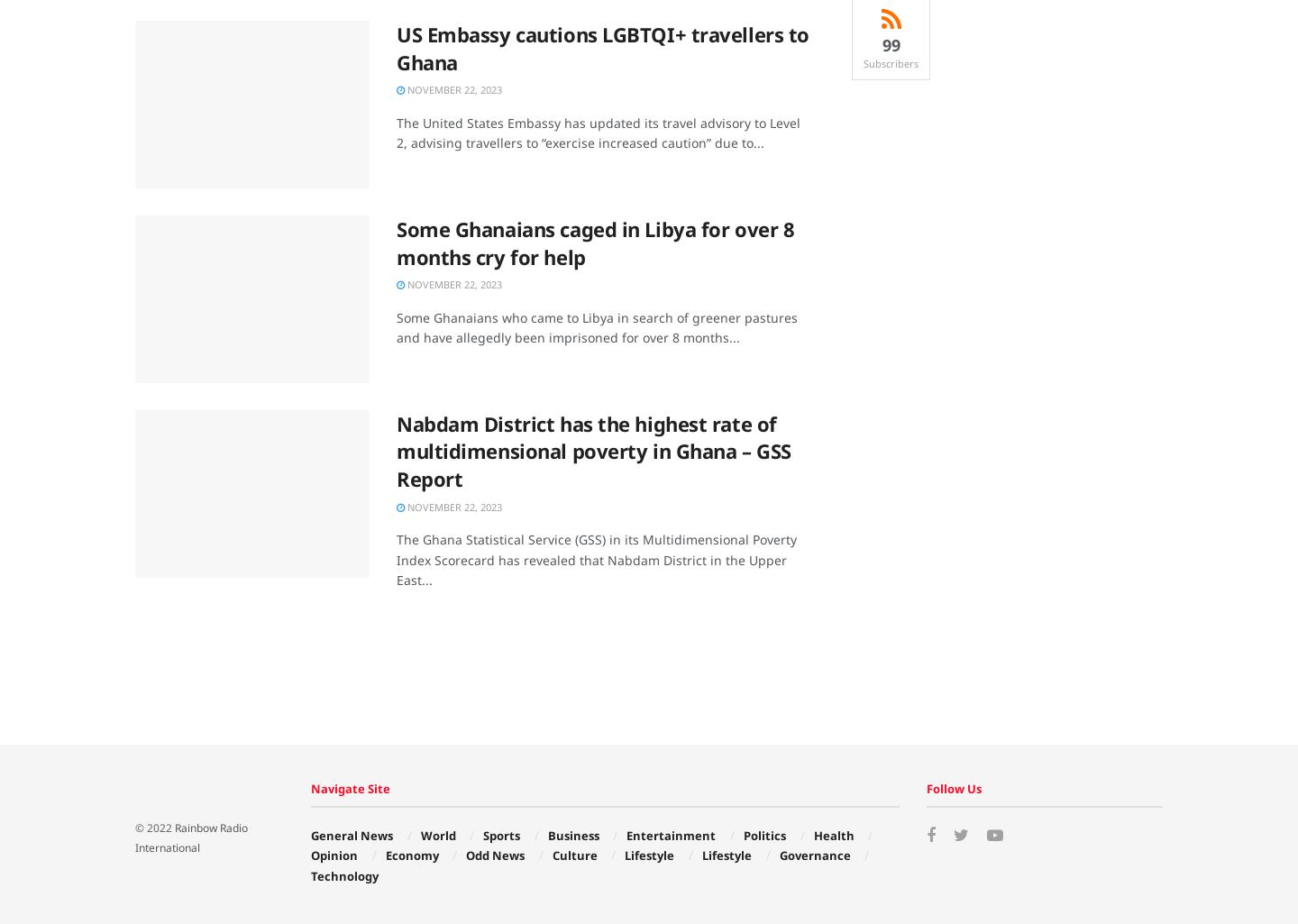  Describe the element at coordinates (953, 788) in the screenshot. I see `'Follow Us'` at that location.